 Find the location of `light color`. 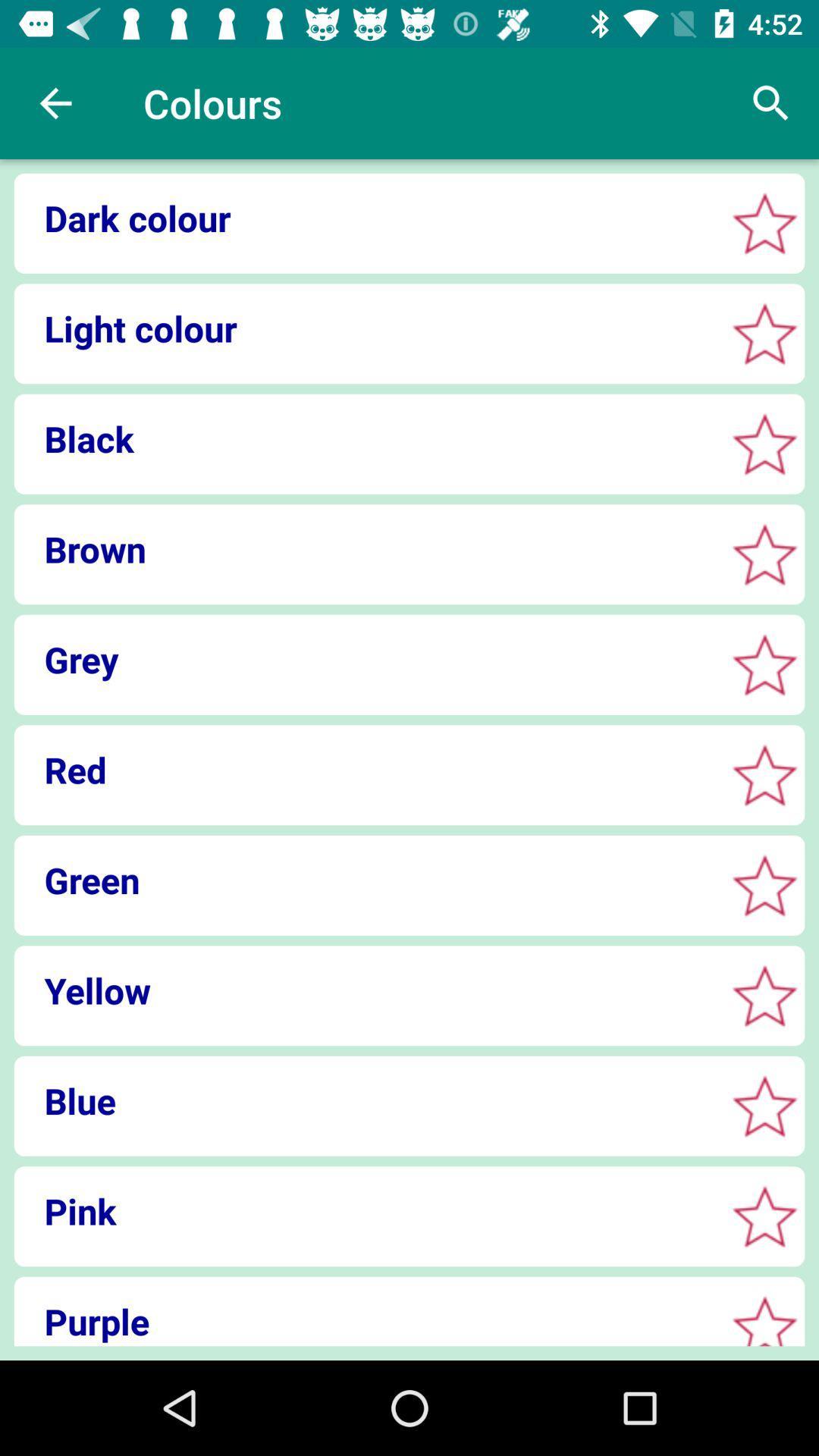

light color is located at coordinates (764, 333).